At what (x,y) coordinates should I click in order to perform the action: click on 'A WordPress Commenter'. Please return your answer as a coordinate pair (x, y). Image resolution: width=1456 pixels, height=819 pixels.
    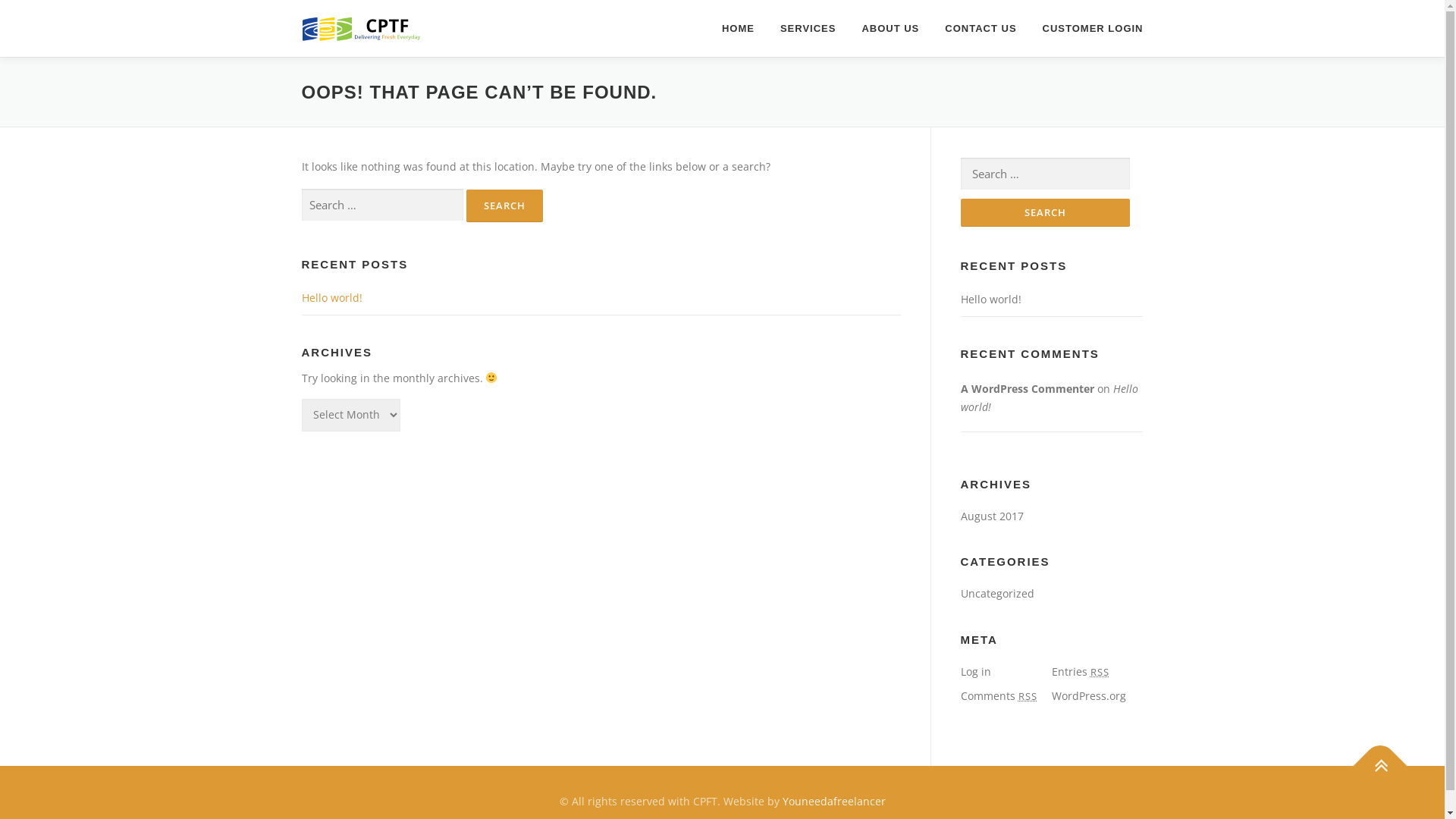
    Looking at the image, I should click on (1026, 388).